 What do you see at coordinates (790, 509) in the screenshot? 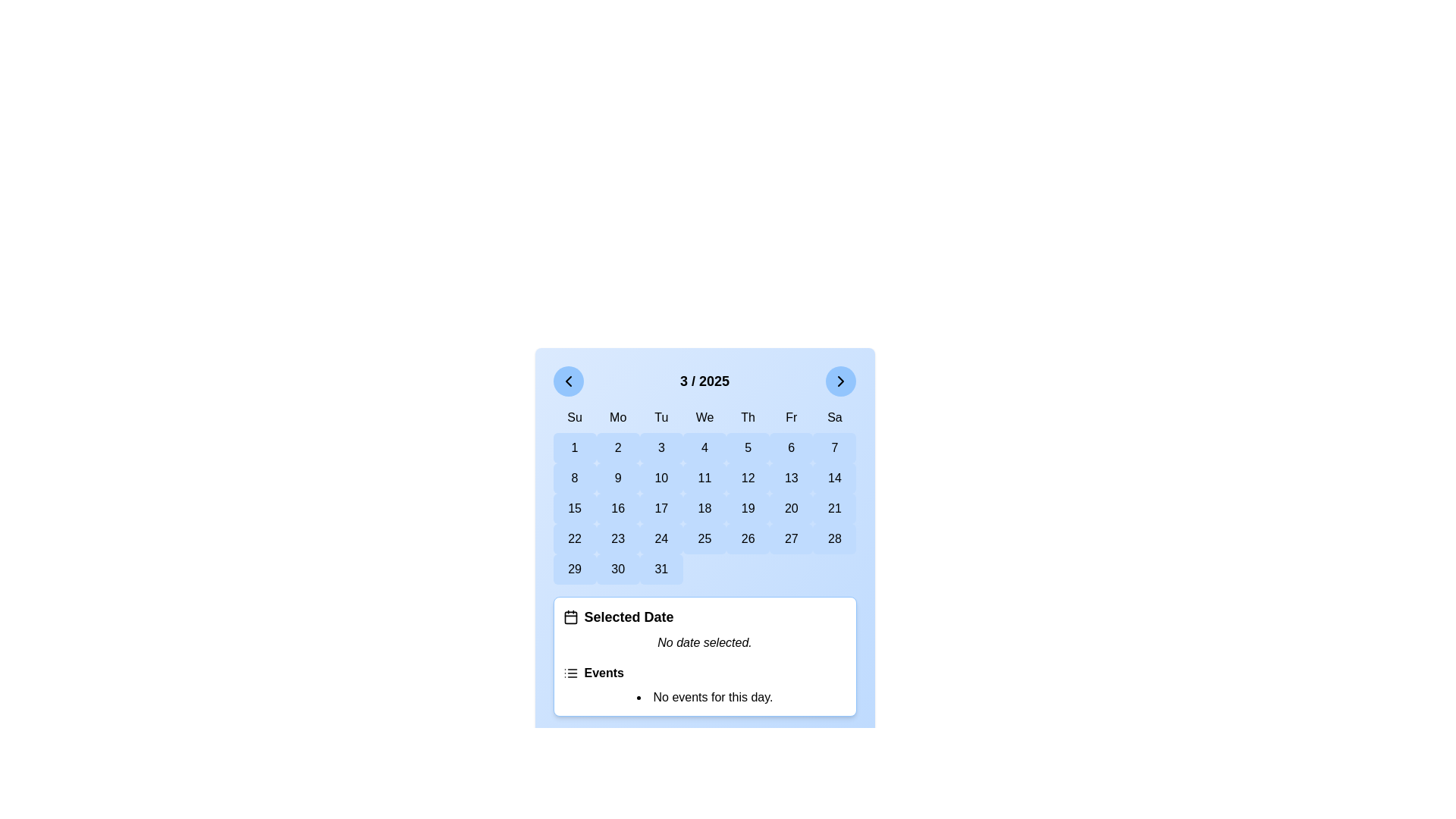
I see `the interactive calendar date field displaying the number '20', located in the sixth row and sixth column of the calendar grid, to trigger the hover effect` at bounding box center [790, 509].